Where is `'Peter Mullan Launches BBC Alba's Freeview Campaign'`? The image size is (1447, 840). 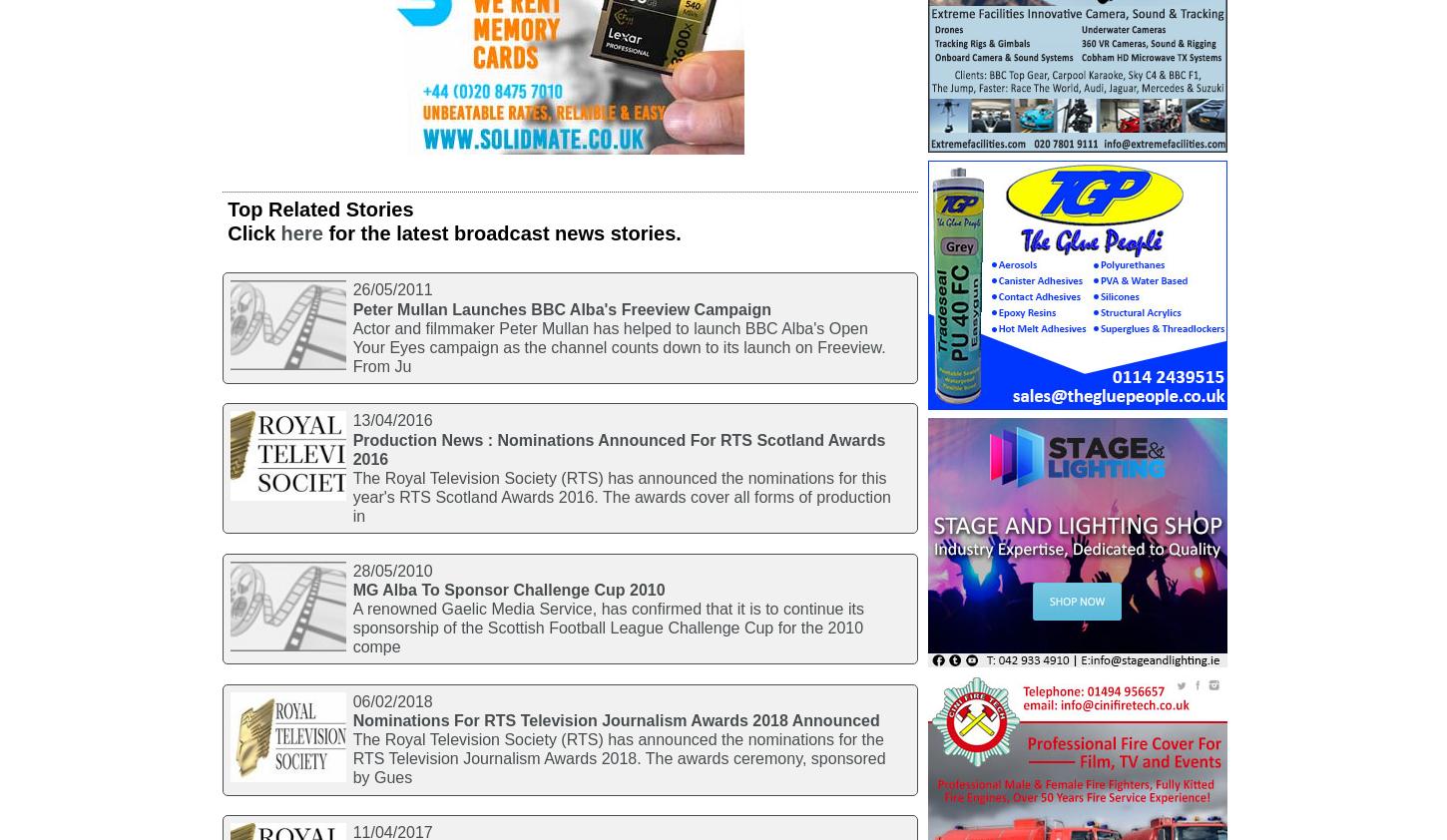 'Peter Mullan Launches BBC Alba's Freeview Campaign' is located at coordinates (351, 308).